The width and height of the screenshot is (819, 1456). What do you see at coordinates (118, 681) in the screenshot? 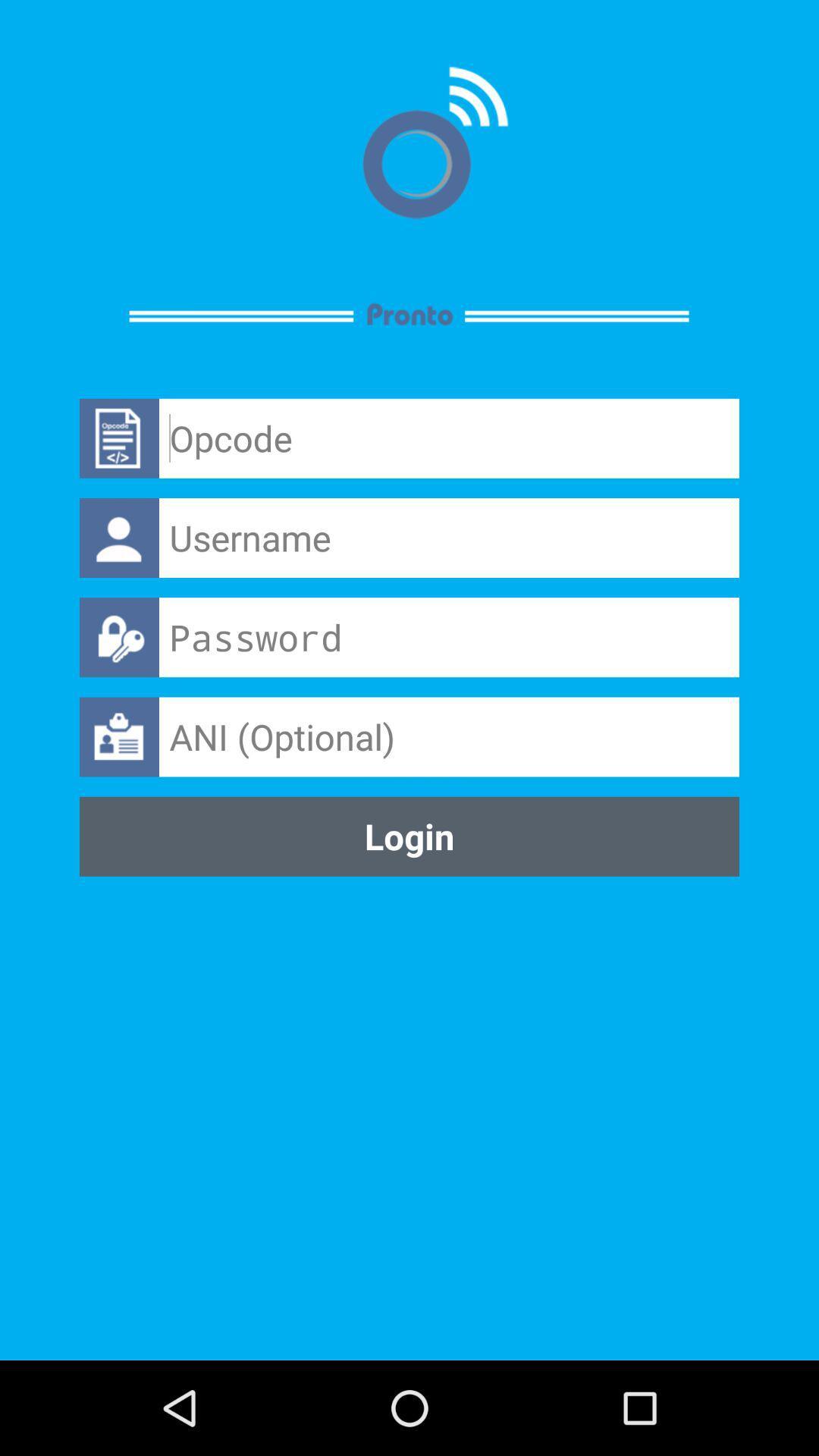
I see `the lock icon` at bounding box center [118, 681].